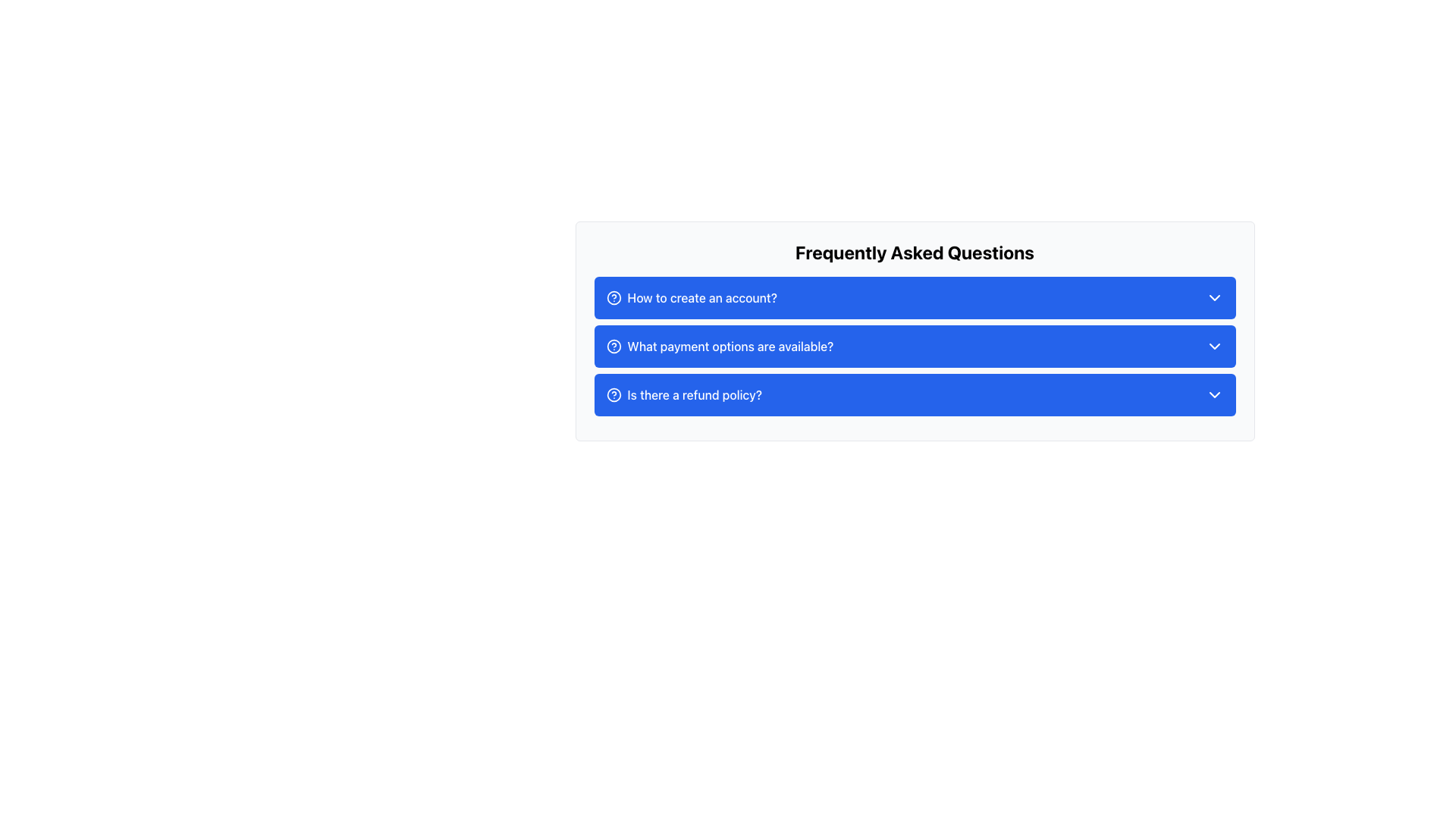 Image resolution: width=1456 pixels, height=819 pixels. What do you see at coordinates (613, 346) in the screenshot?
I see `the visual style of the circular part of the FAQ indicator icon, which is aligned to the left of the FAQ question labeled 'What payment options are available?'` at bounding box center [613, 346].